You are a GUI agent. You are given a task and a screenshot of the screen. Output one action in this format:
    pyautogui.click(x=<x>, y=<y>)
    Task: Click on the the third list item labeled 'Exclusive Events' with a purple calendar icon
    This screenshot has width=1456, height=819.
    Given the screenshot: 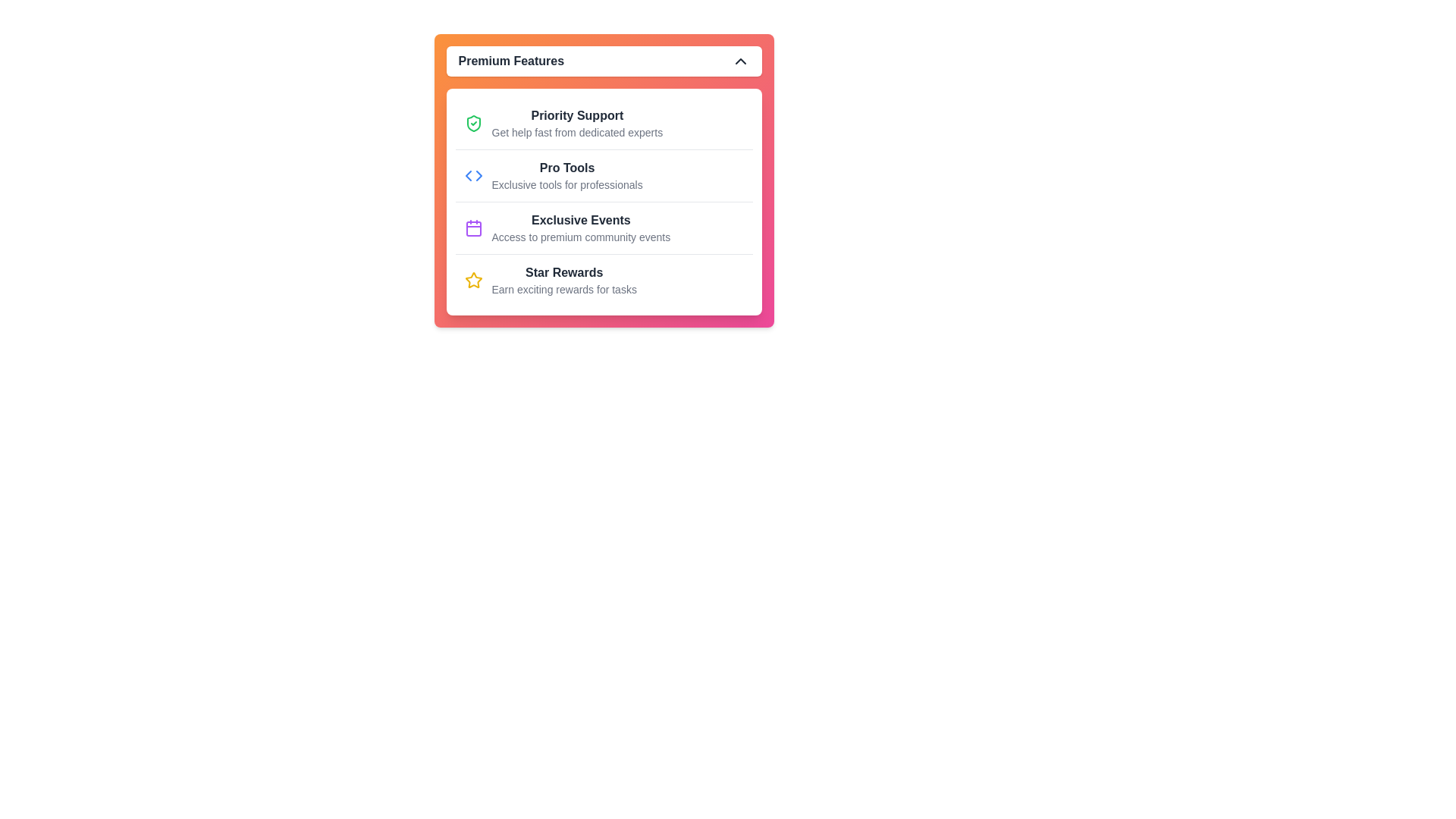 What is the action you would take?
    pyautogui.click(x=603, y=227)
    